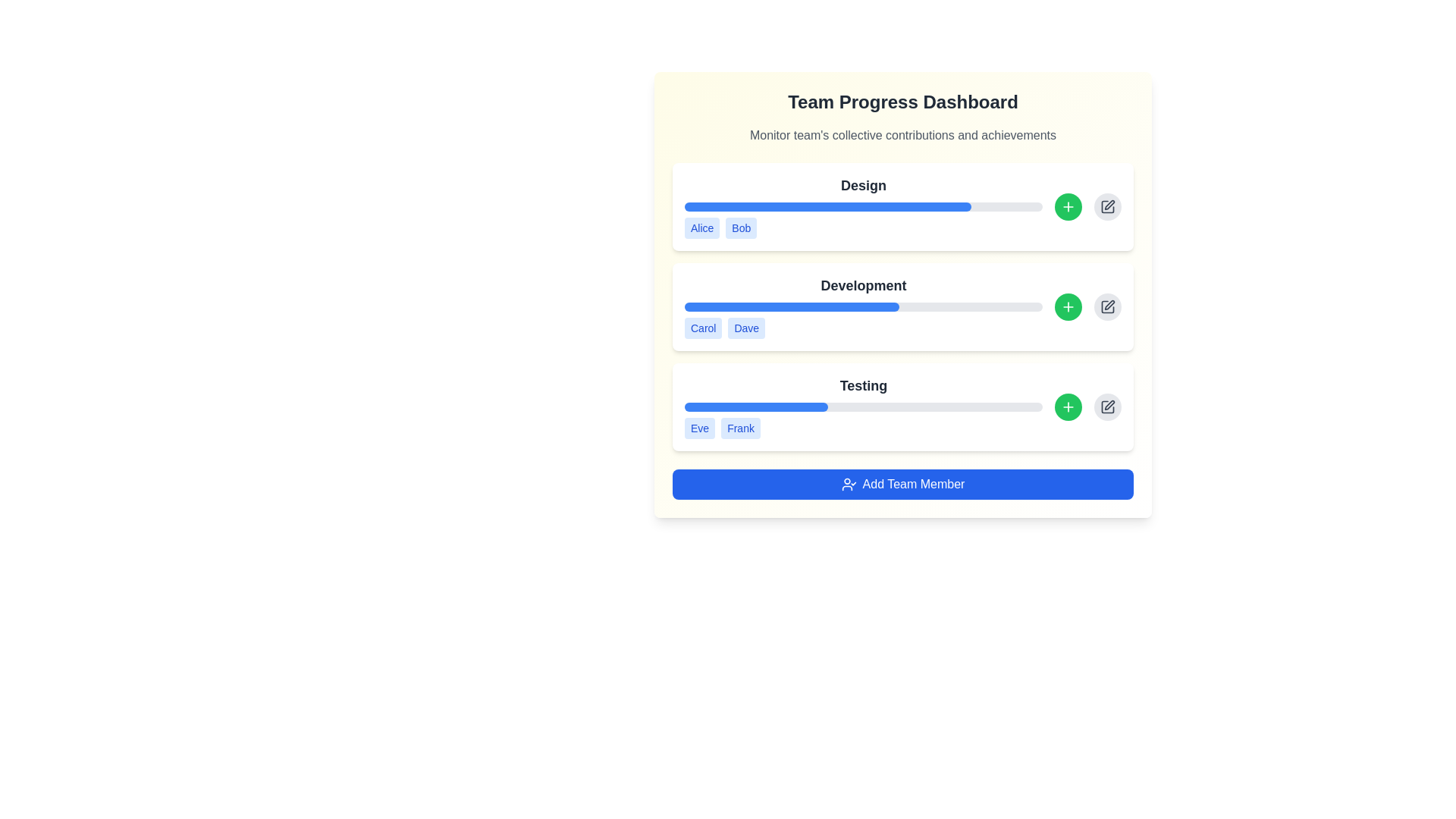 The width and height of the screenshot is (1456, 819). What do you see at coordinates (863, 406) in the screenshot?
I see `details of the Progress Display Section, which includes the title 'Testing', a progress bar, and the labels 'Eve' and 'Frank'` at bounding box center [863, 406].